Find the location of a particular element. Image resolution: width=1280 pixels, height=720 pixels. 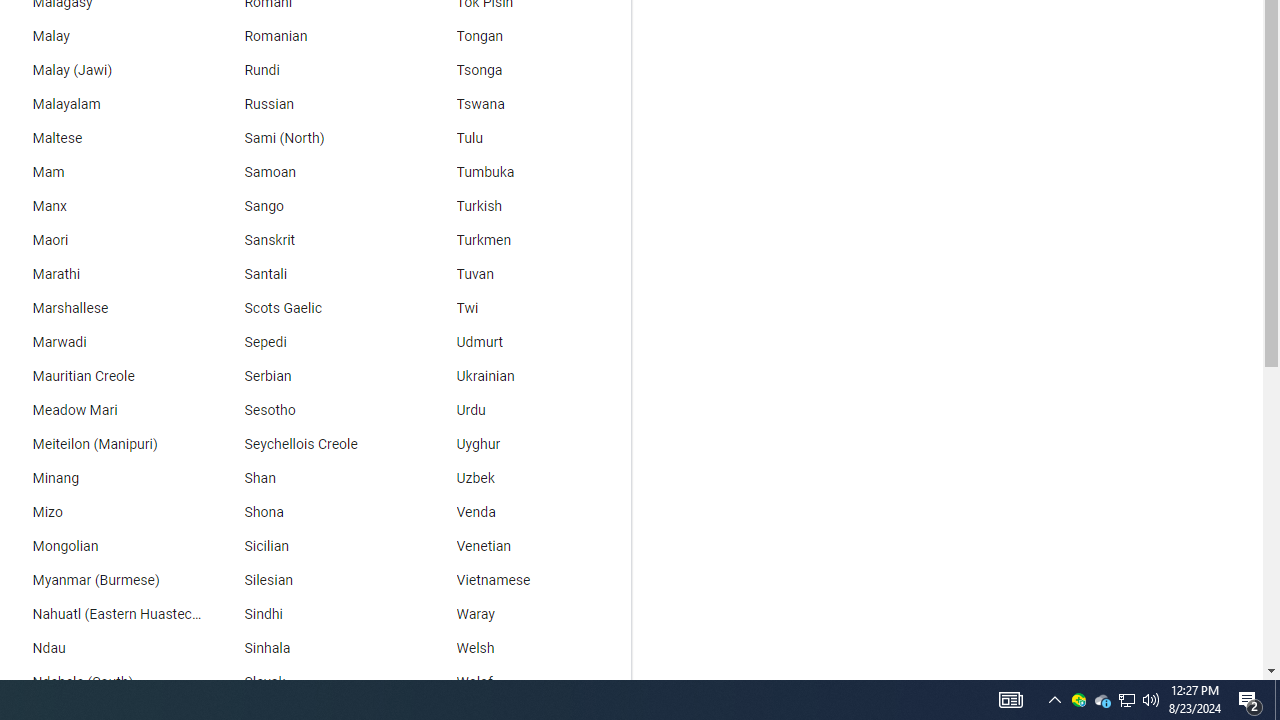

'Seychellois Creole' is located at coordinates (311, 443).